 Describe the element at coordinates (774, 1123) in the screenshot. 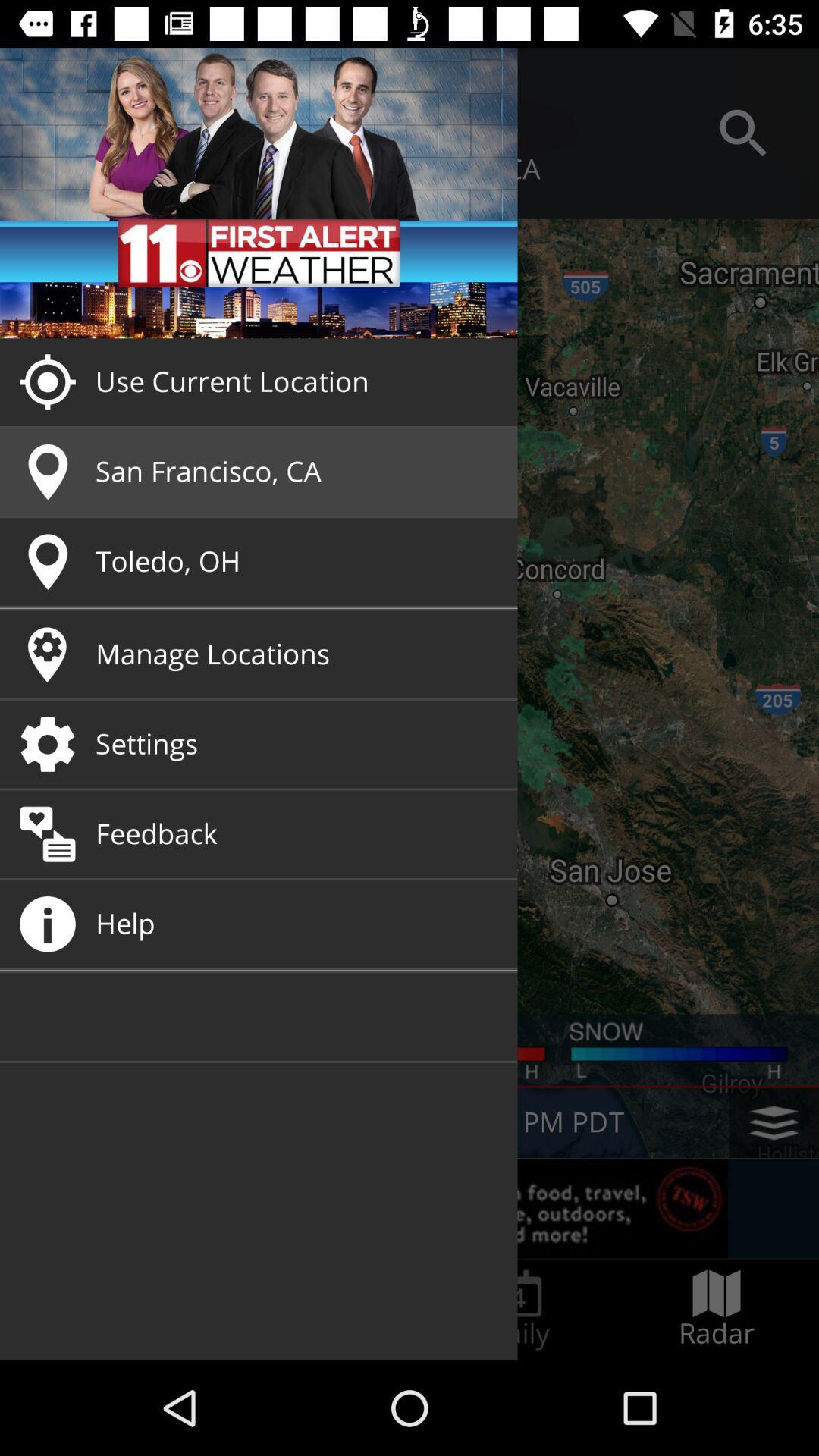

I see `the icon at bottom right side of pm pdt` at that location.